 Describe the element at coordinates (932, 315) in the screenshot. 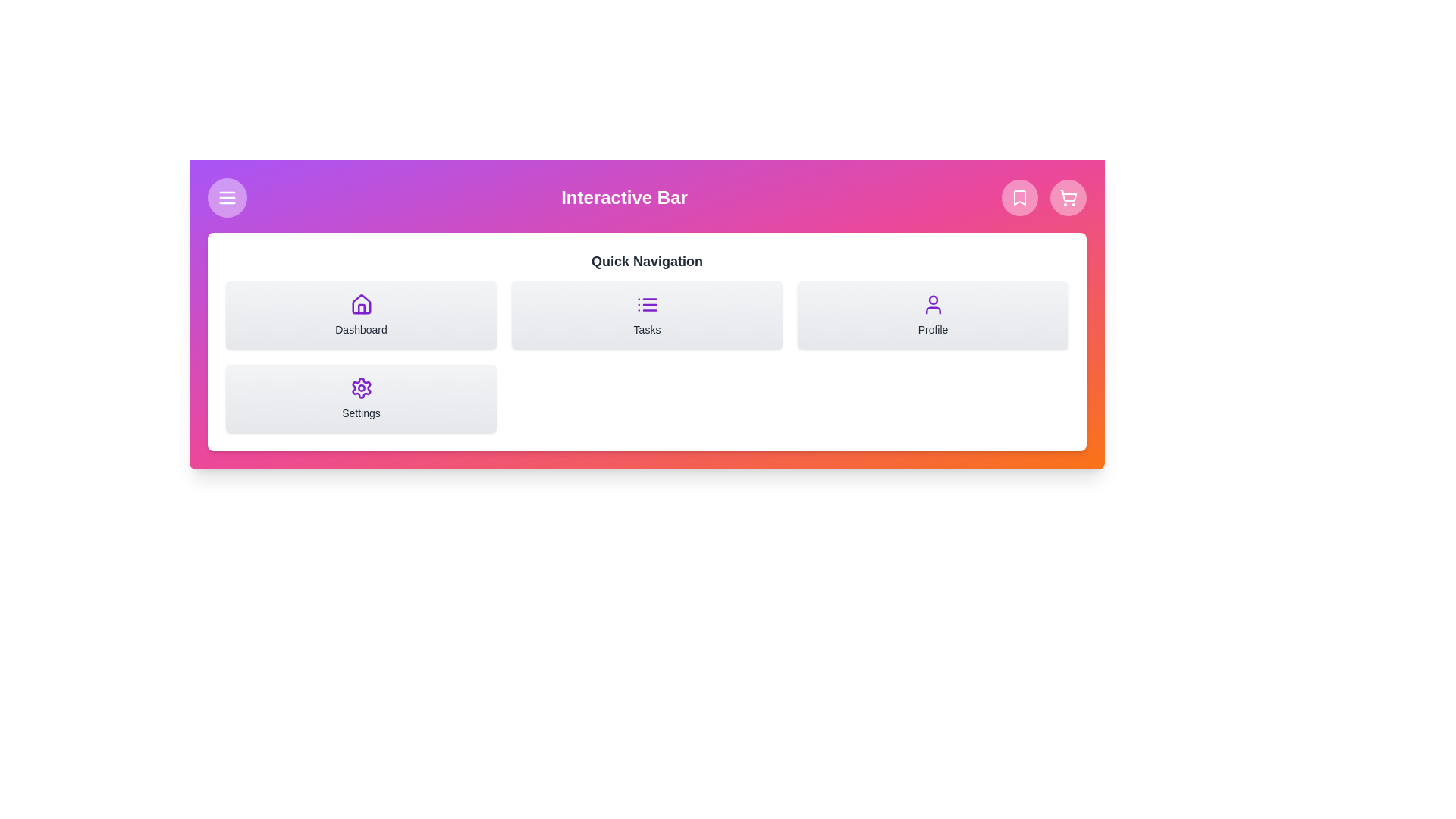

I see `the 'Profile' navigation button` at that location.